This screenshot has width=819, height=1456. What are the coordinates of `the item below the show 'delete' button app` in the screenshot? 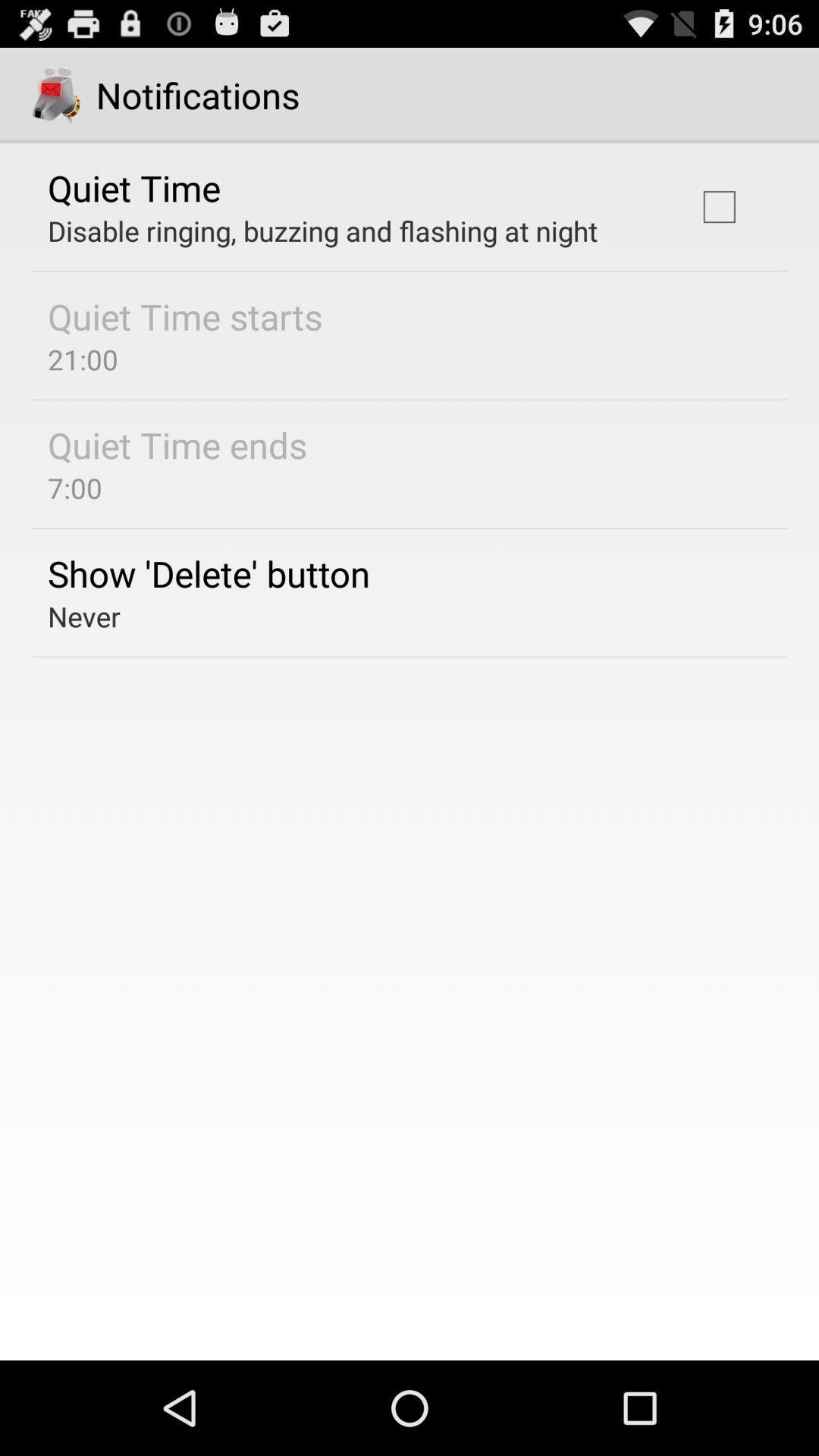 It's located at (84, 616).